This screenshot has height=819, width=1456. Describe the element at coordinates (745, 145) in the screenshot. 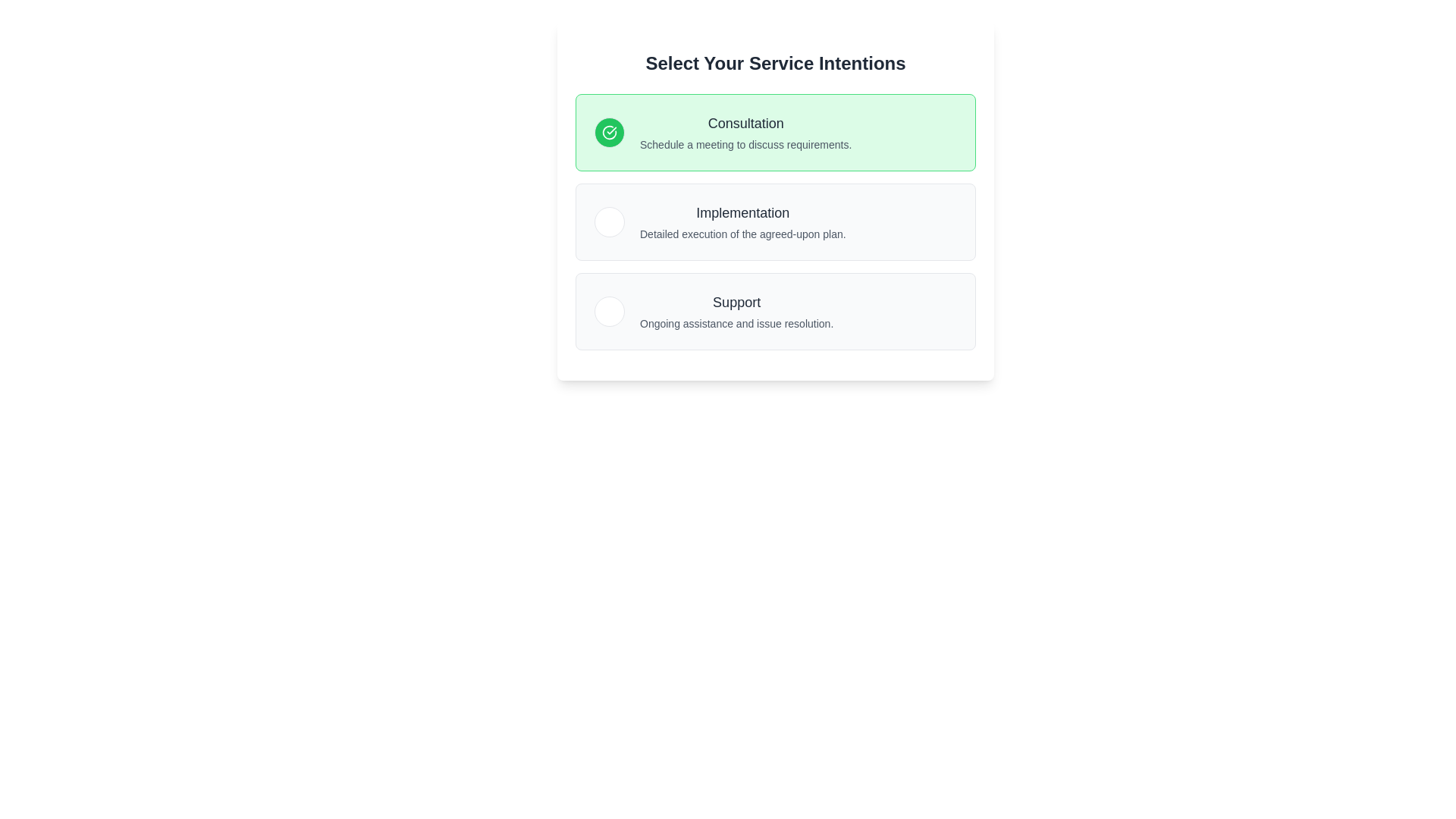

I see `informational text displaying 'Schedule a meeting to discuss requirements.' located in the 'Consultation' section, positioned slightly below the main heading 'Consultation' in the first option card` at that location.